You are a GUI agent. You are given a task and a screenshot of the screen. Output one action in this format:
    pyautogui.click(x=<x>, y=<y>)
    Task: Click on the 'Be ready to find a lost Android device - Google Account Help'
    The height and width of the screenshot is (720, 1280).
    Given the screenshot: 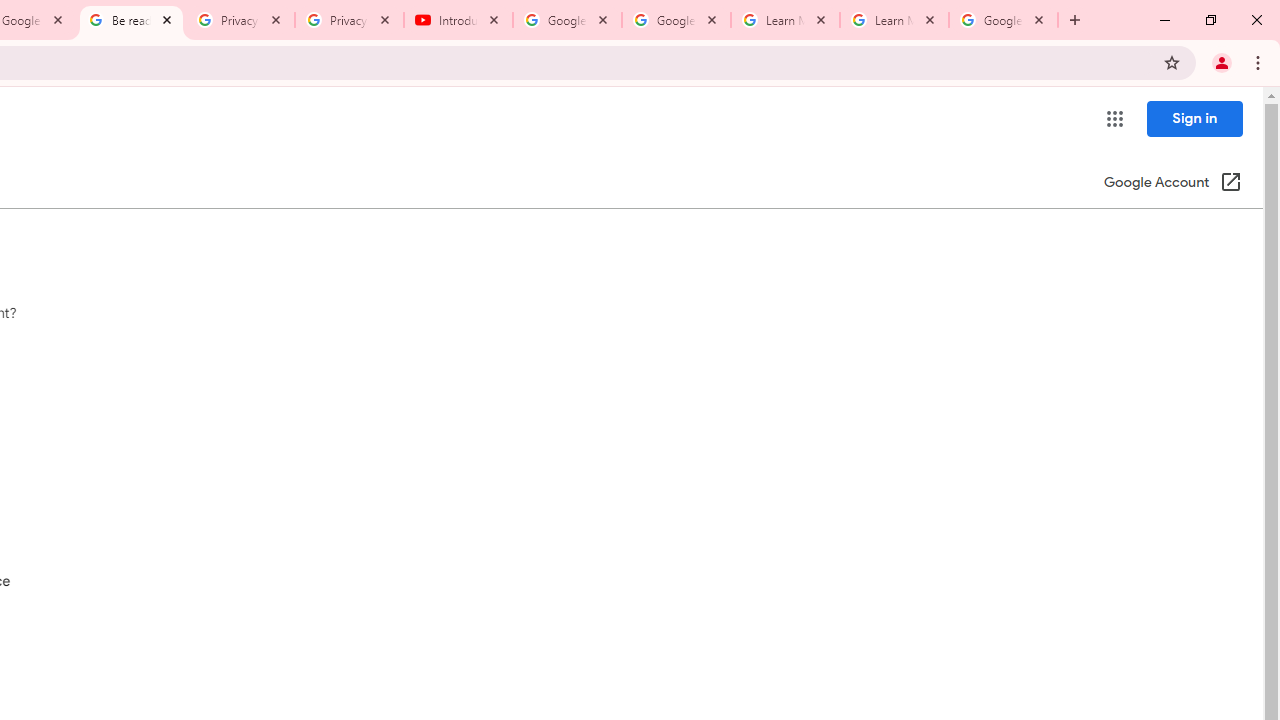 What is the action you would take?
    pyautogui.click(x=130, y=20)
    